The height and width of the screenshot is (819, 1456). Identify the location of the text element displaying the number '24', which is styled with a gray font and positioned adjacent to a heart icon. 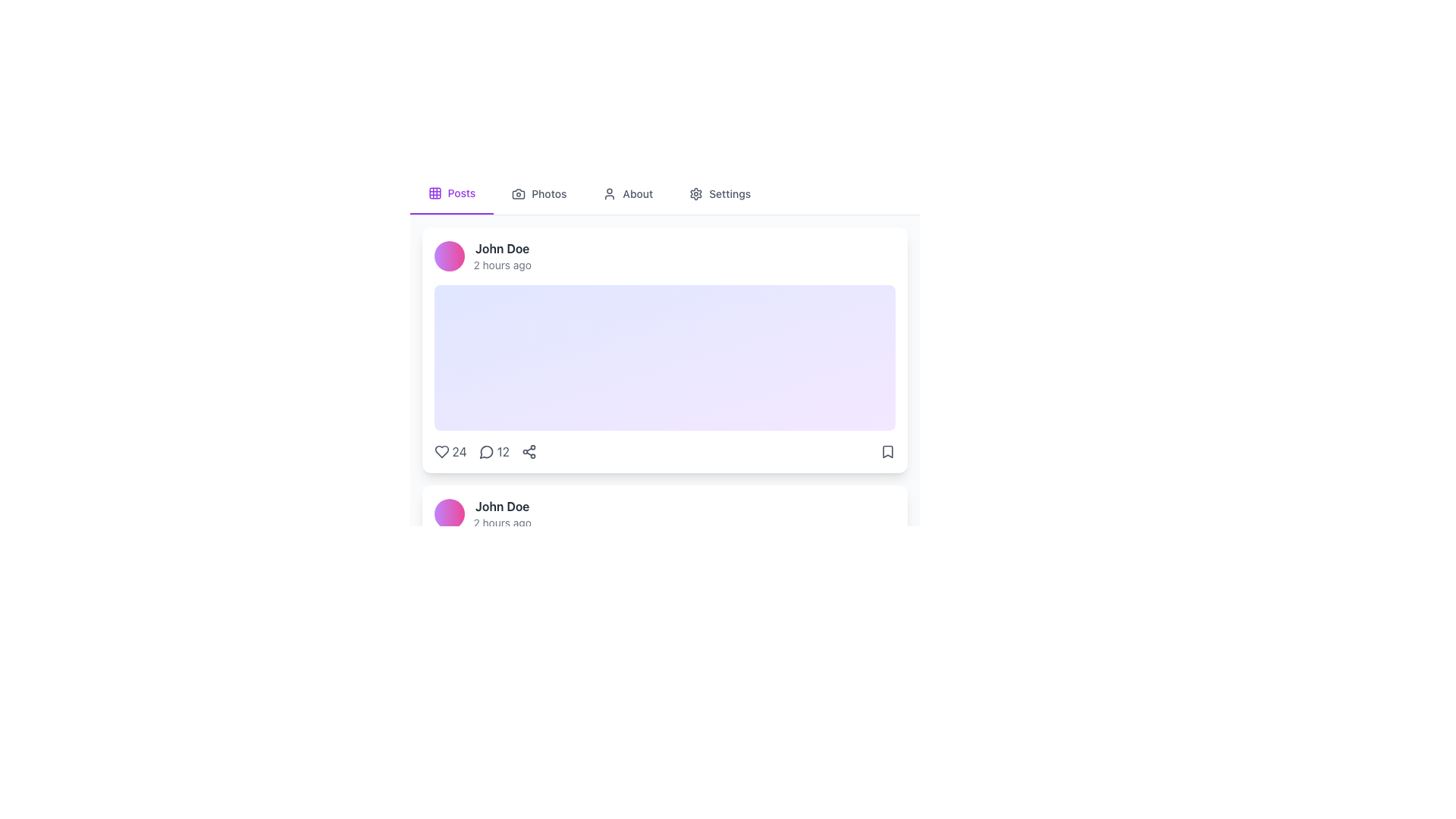
(450, 451).